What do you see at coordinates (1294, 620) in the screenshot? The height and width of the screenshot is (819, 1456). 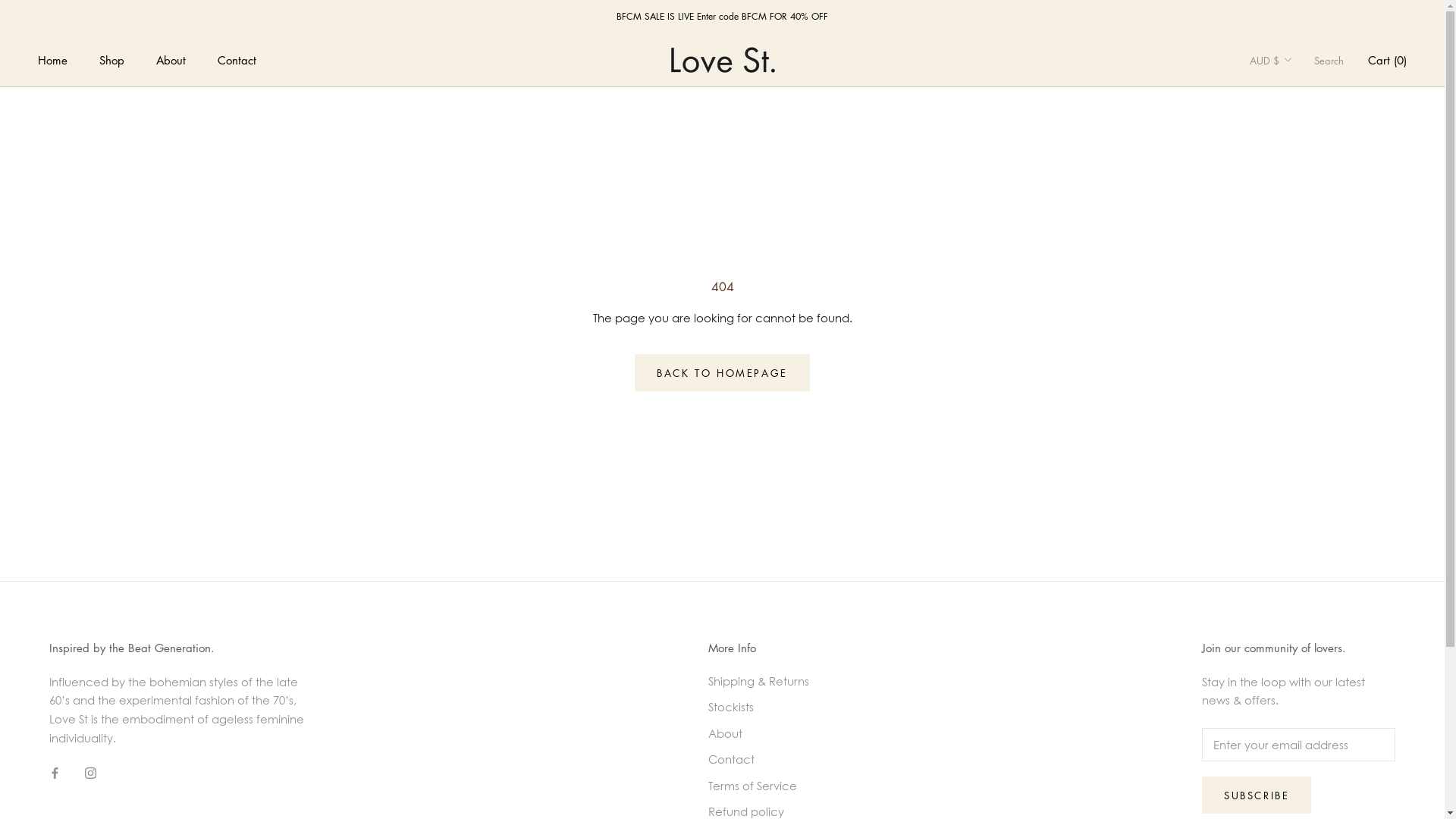 I see `'CRC'` at bounding box center [1294, 620].